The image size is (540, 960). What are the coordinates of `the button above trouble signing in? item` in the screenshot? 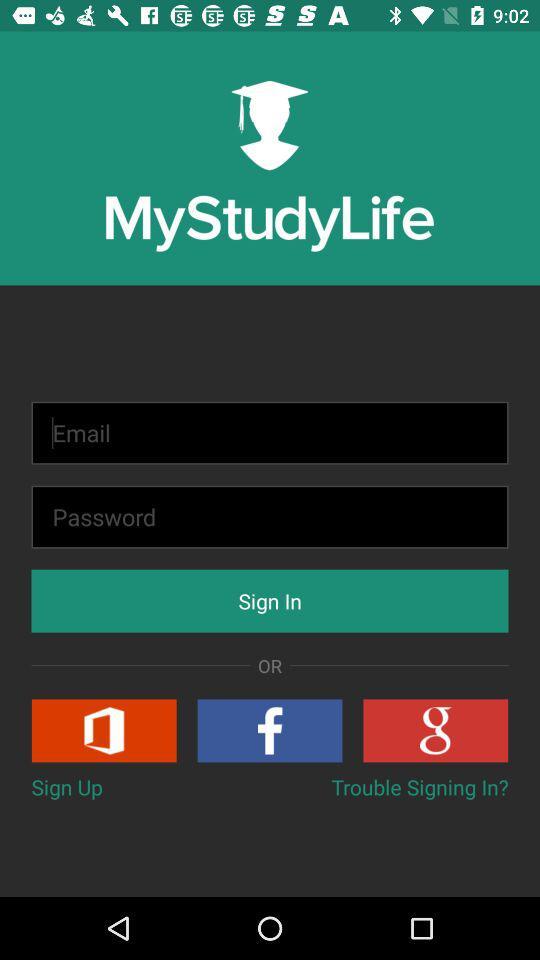 It's located at (434, 729).